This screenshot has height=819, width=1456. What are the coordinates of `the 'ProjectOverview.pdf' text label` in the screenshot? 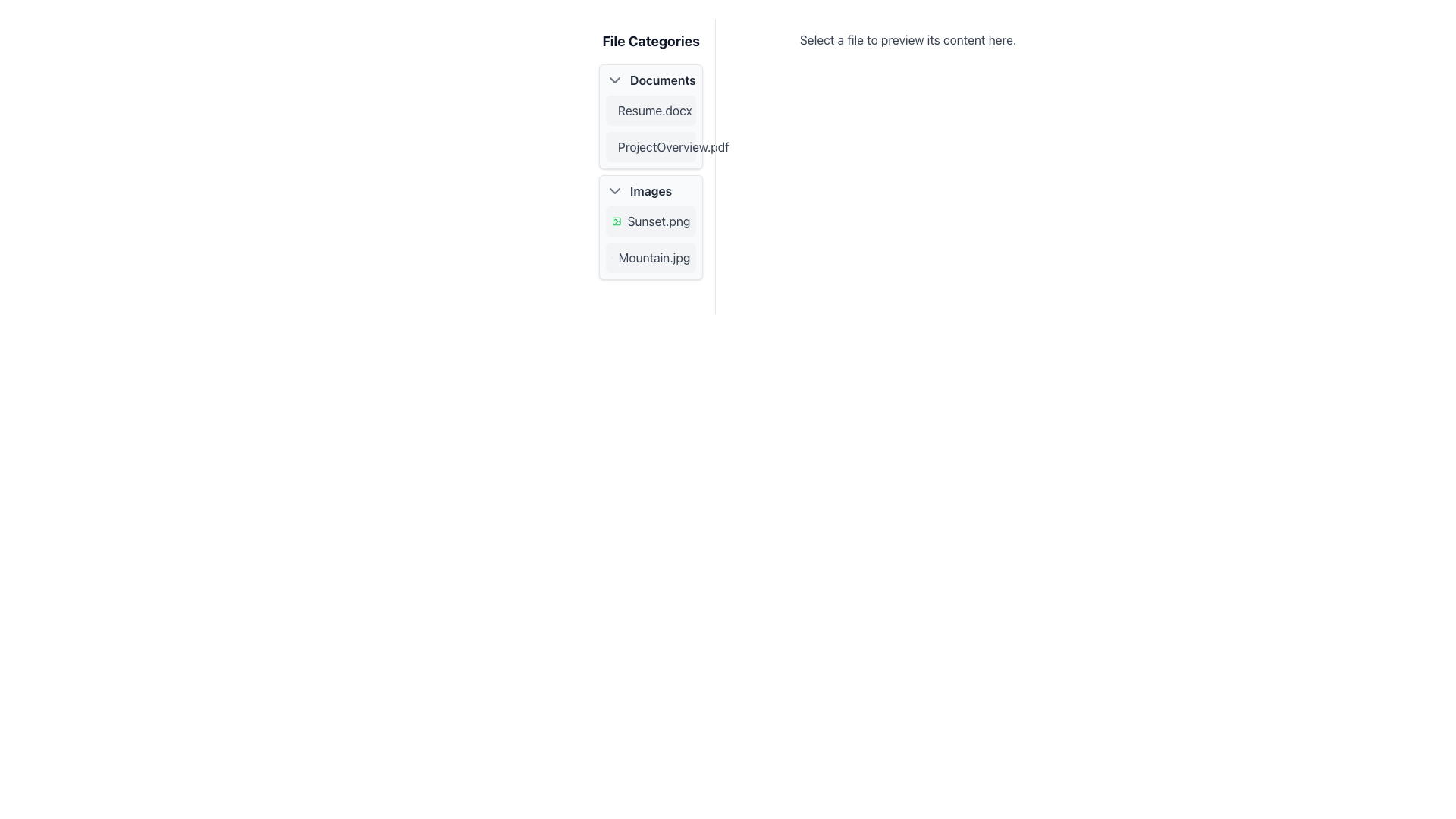 It's located at (673, 146).